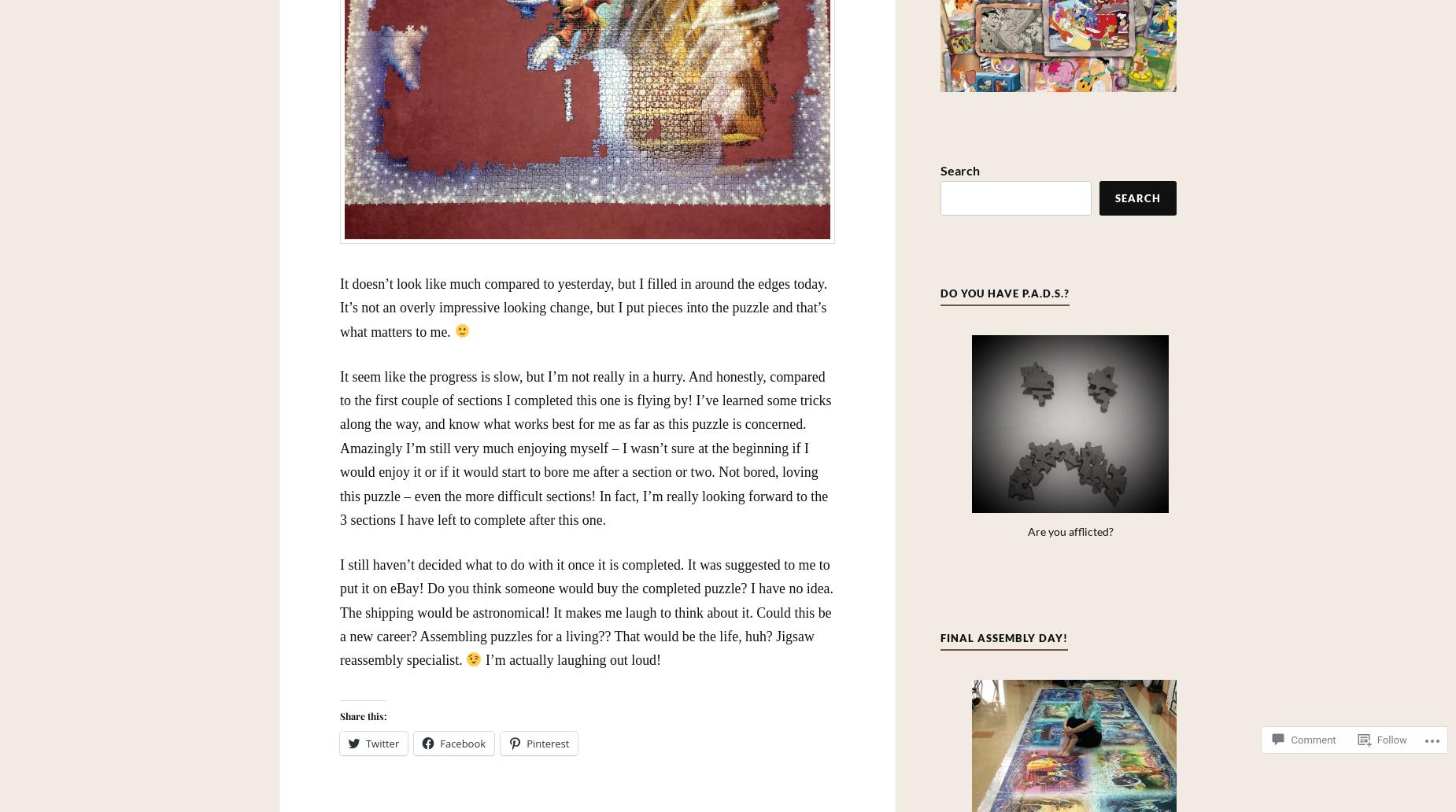 The width and height of the screenshot is (1456, 812). What do you see at coordinates (583, 307) in the screenshot?
I see `'It doesn’t look like much compared to yesterday, but I filled in around the edges today. It’s not an overly impressive looking change, but I put pieces into the puzzle and that’s what matters to me.'` at bounding box center [583, 307].